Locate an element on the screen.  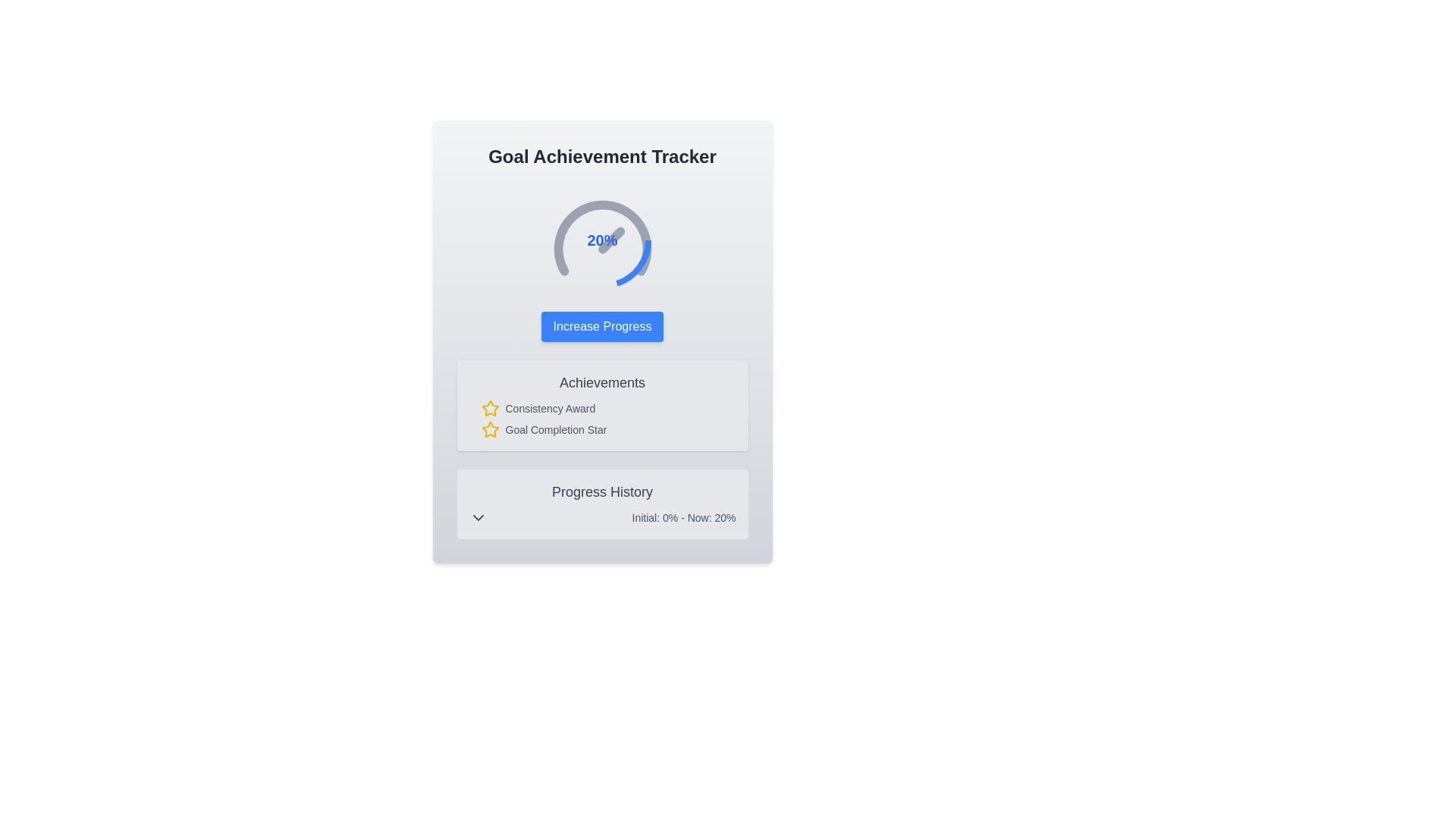
the downward-pointing chevron icon located in the 'Progress History' panel is located at coordinates (477, 516).